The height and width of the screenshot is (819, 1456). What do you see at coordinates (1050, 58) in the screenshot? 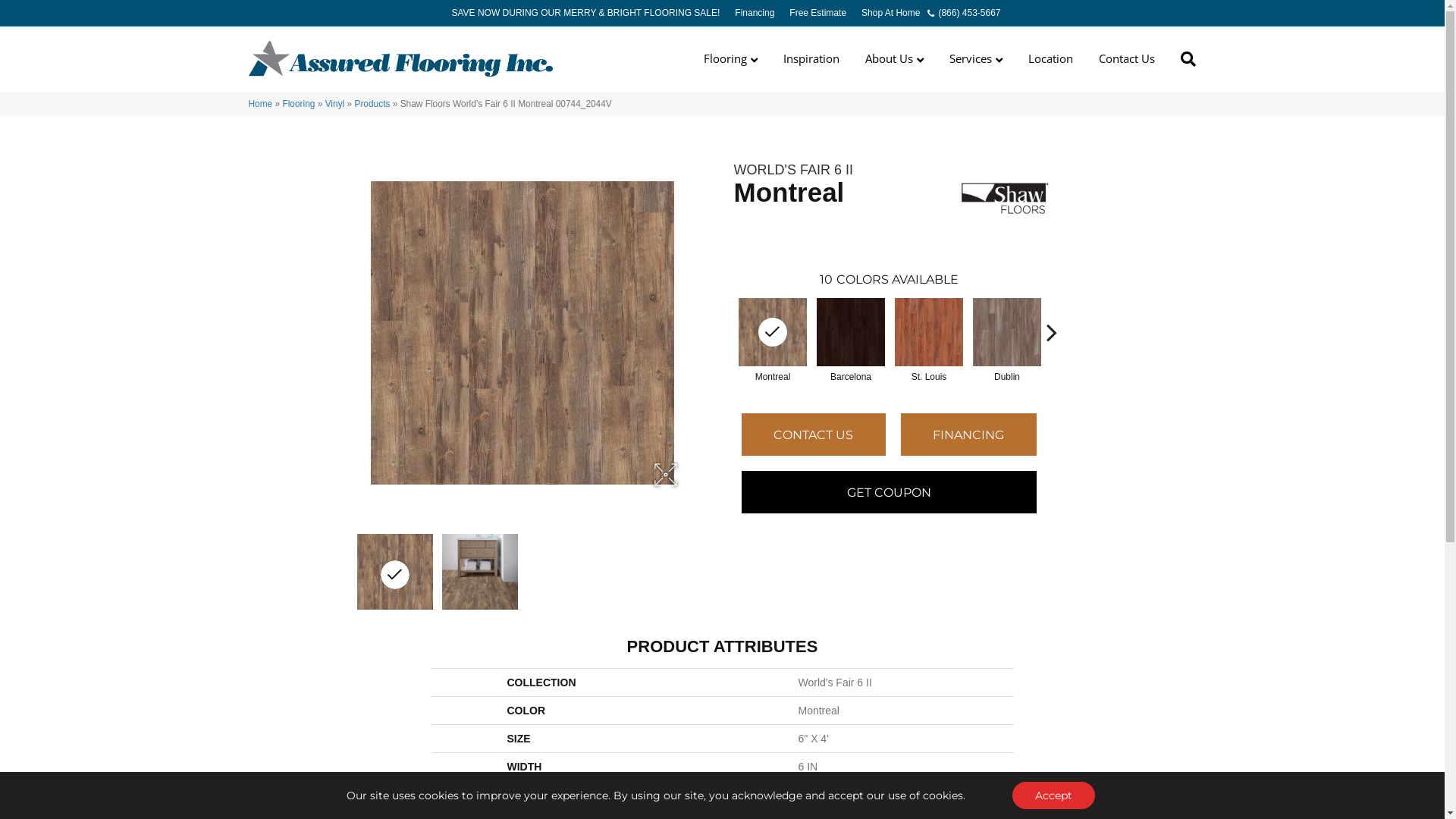
I see `'Location'` at bounding box center [1050, 58].